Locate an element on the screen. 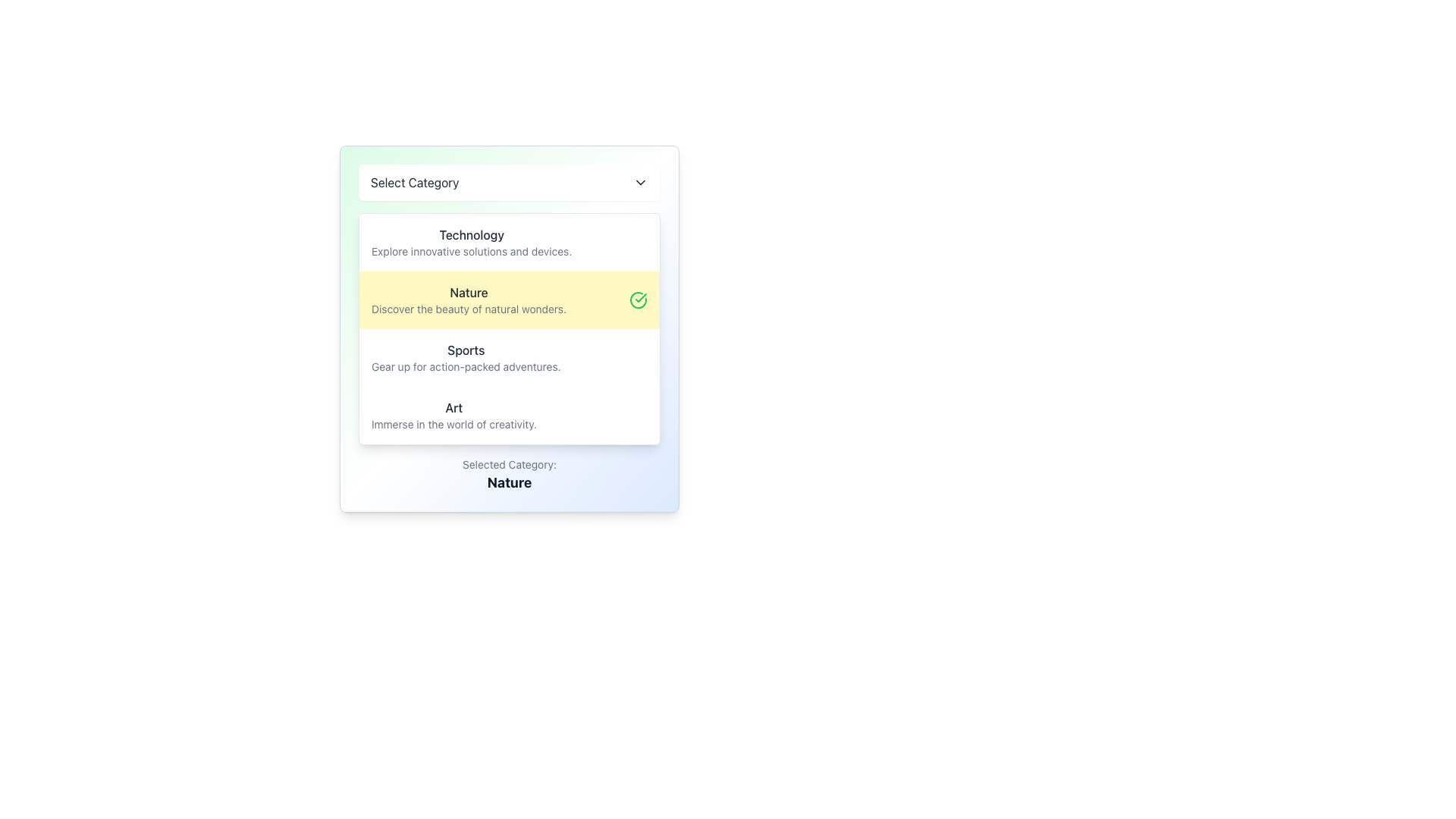 The height and width of the screenshot is (819, 1456). the text line displaying 'Gear up for action-packed adventures.' which is located beneath the 'Sports' text in the selectable panel is located at coordinates (465, 366).